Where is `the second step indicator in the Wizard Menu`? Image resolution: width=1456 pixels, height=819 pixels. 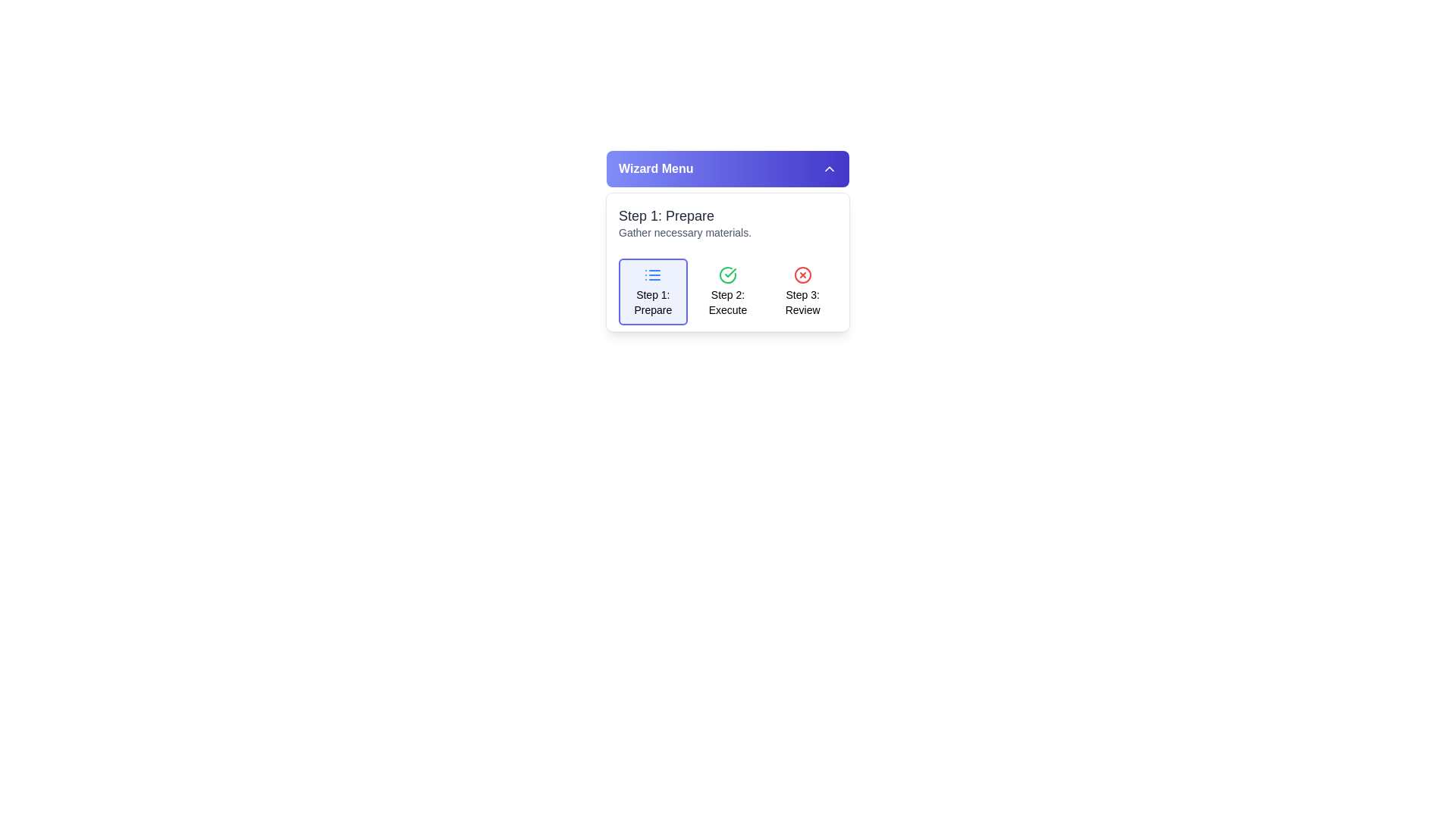
the second step indicator in the Wizard Menu is located at coordinates (728, 261).